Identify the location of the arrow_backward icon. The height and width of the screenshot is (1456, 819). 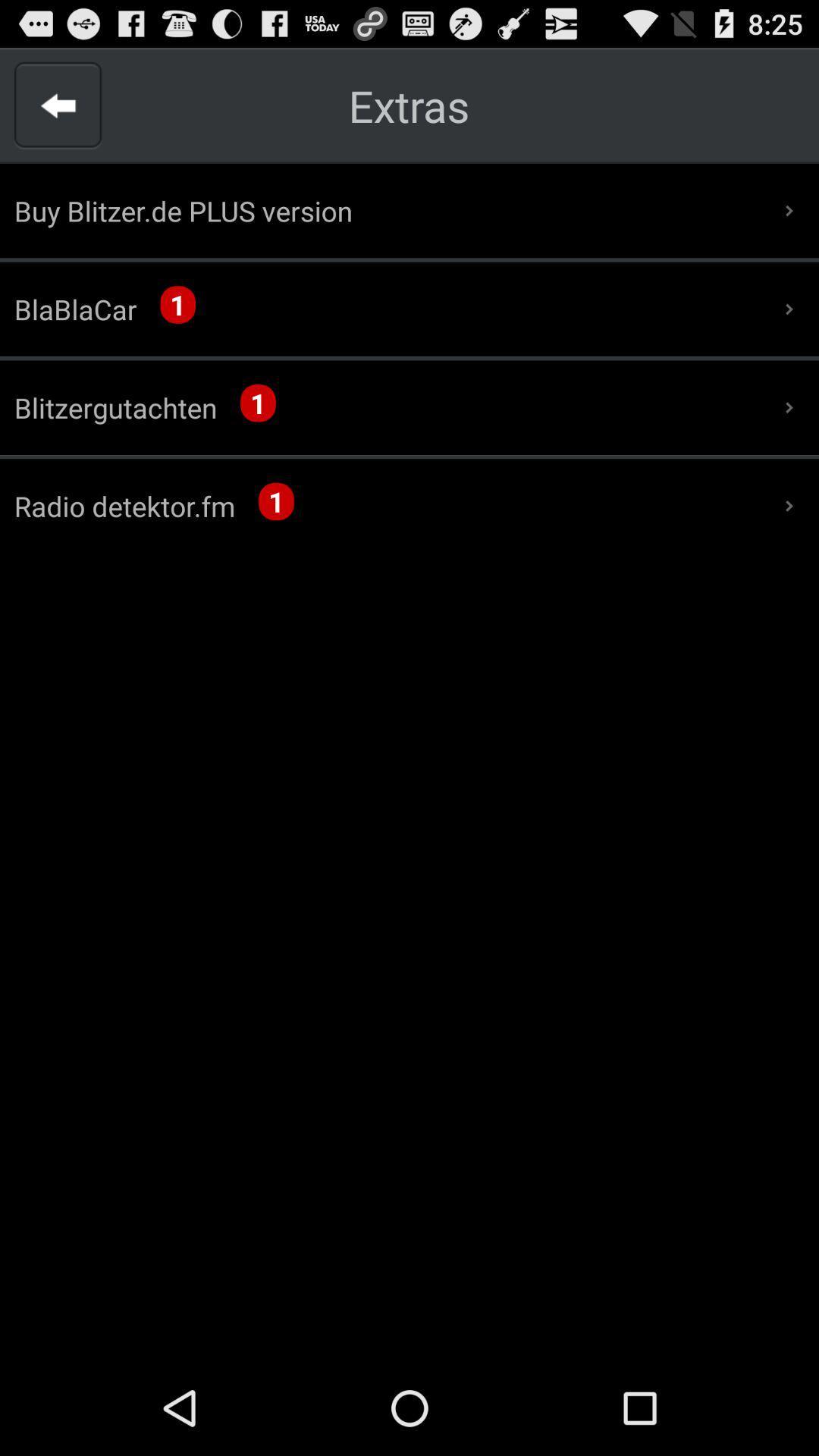
(57, 112).